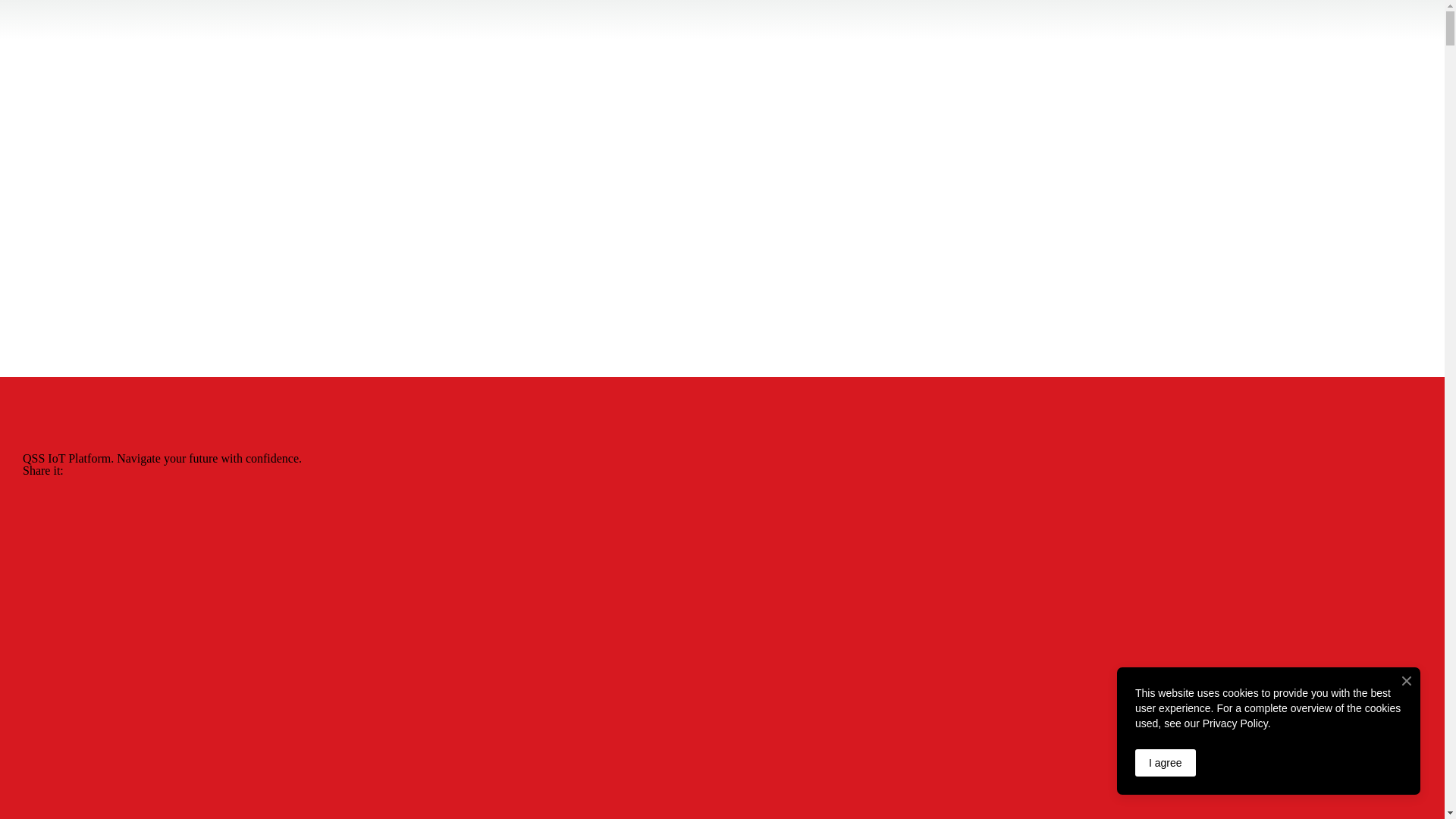 The height and width of the screenshot is (819, 1456). Describe the element at coordinates (1135, 763) in the screenshot. I see `'I agree'` at that location.